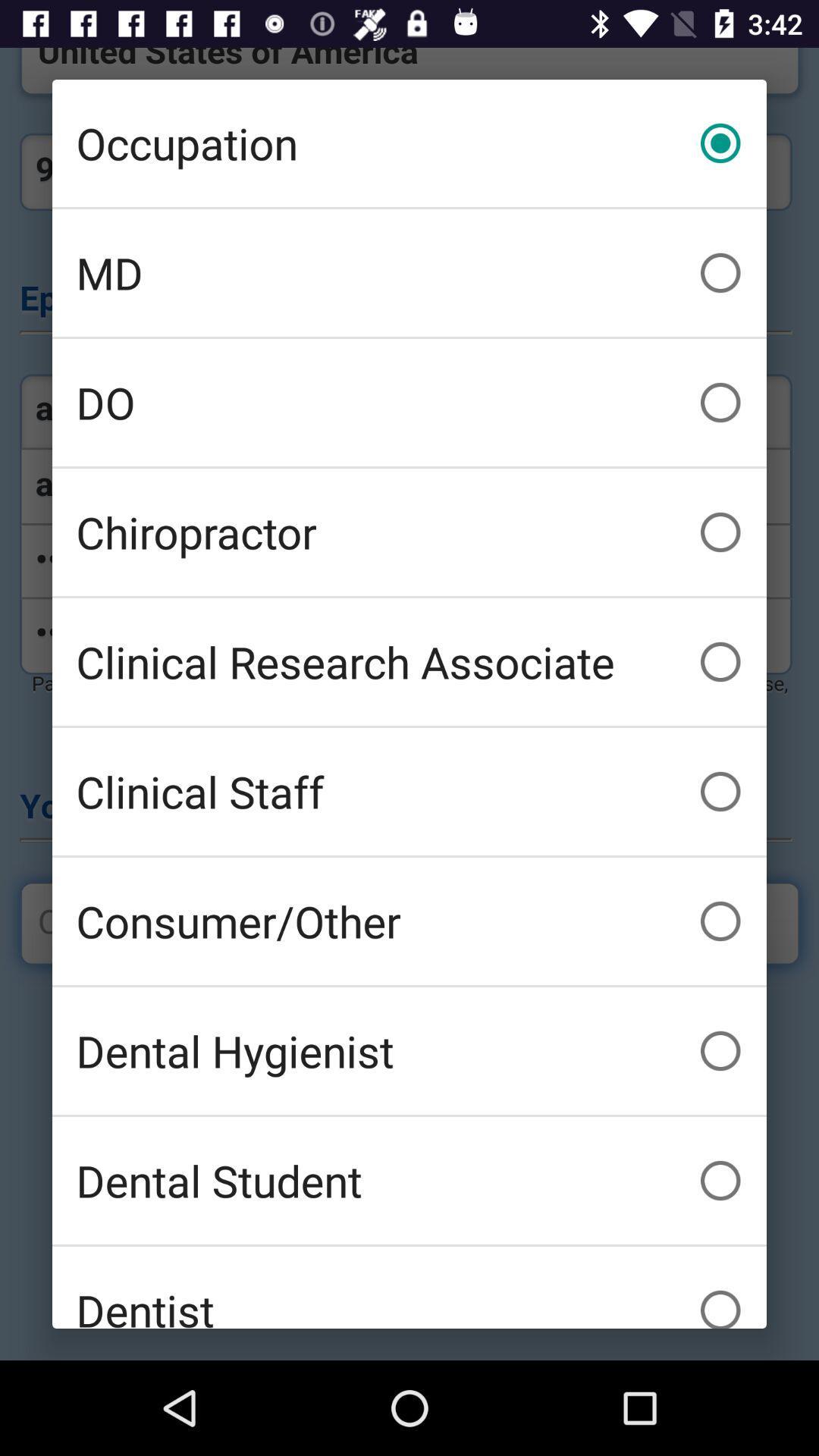  I want to click on the md, so click(409, 273).